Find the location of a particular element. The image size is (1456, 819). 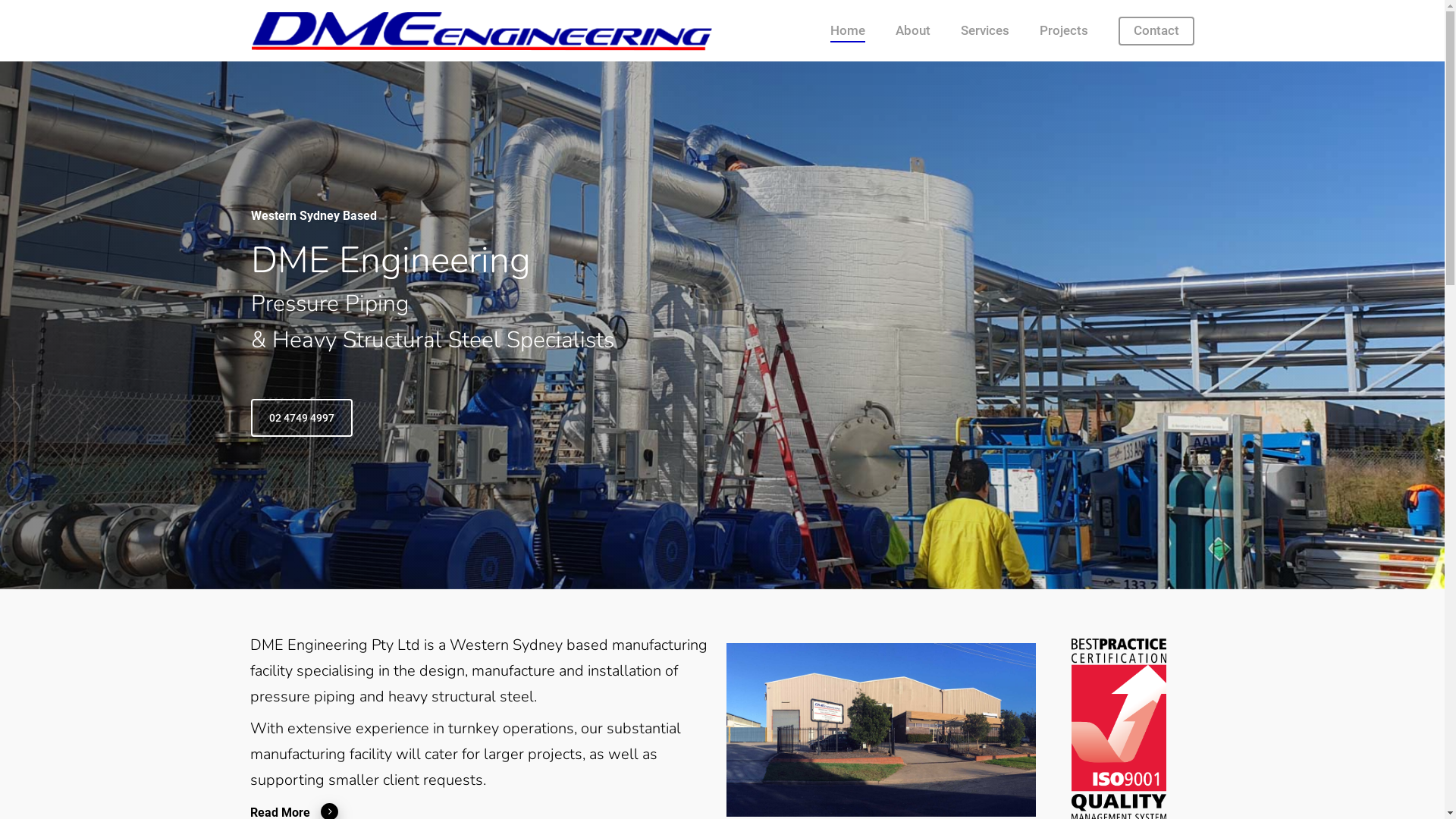

'About' is located at coordinates (912, 30).